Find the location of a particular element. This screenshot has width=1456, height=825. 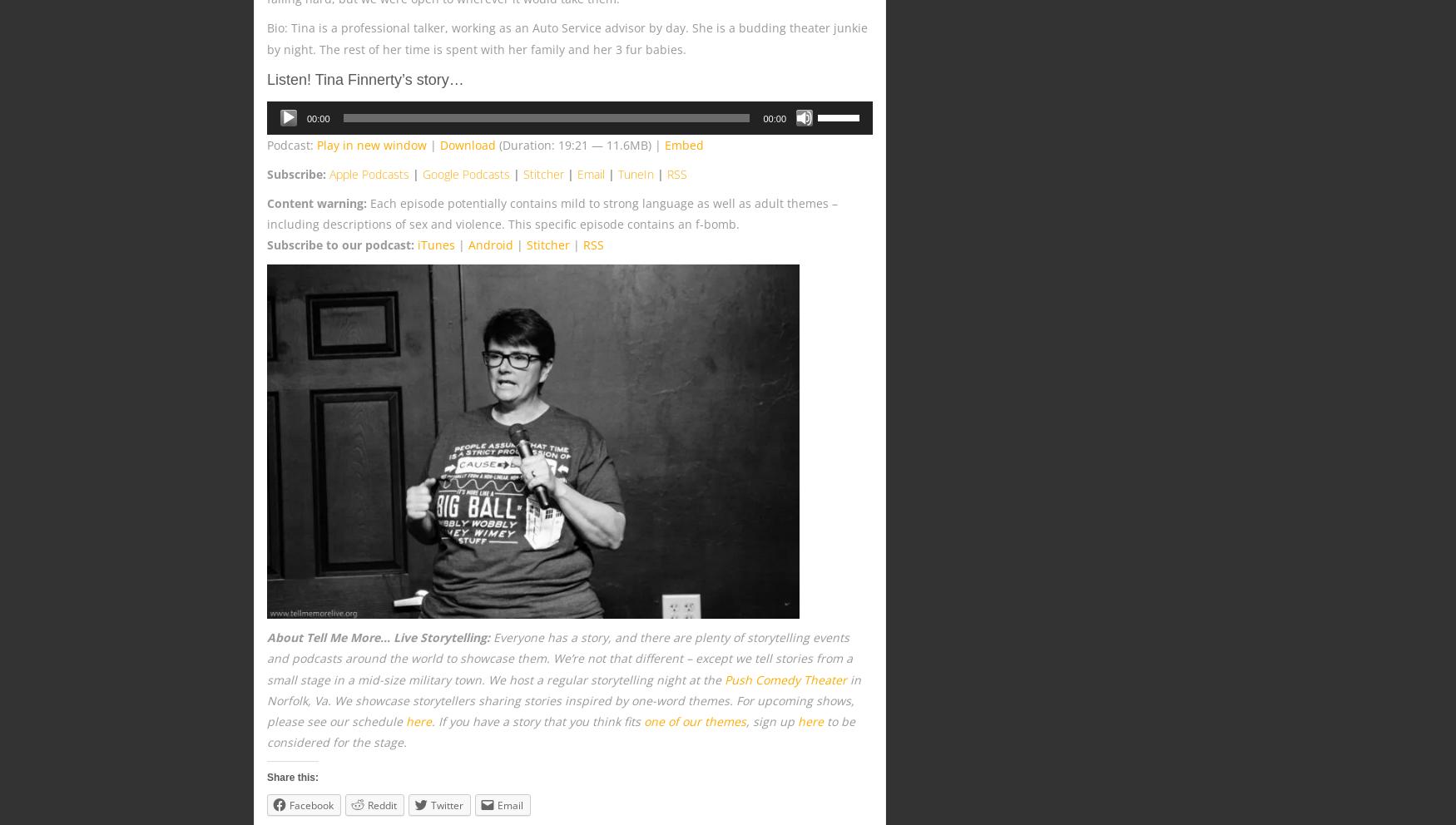

'Play in new window' is located at coordinates (371, 143).